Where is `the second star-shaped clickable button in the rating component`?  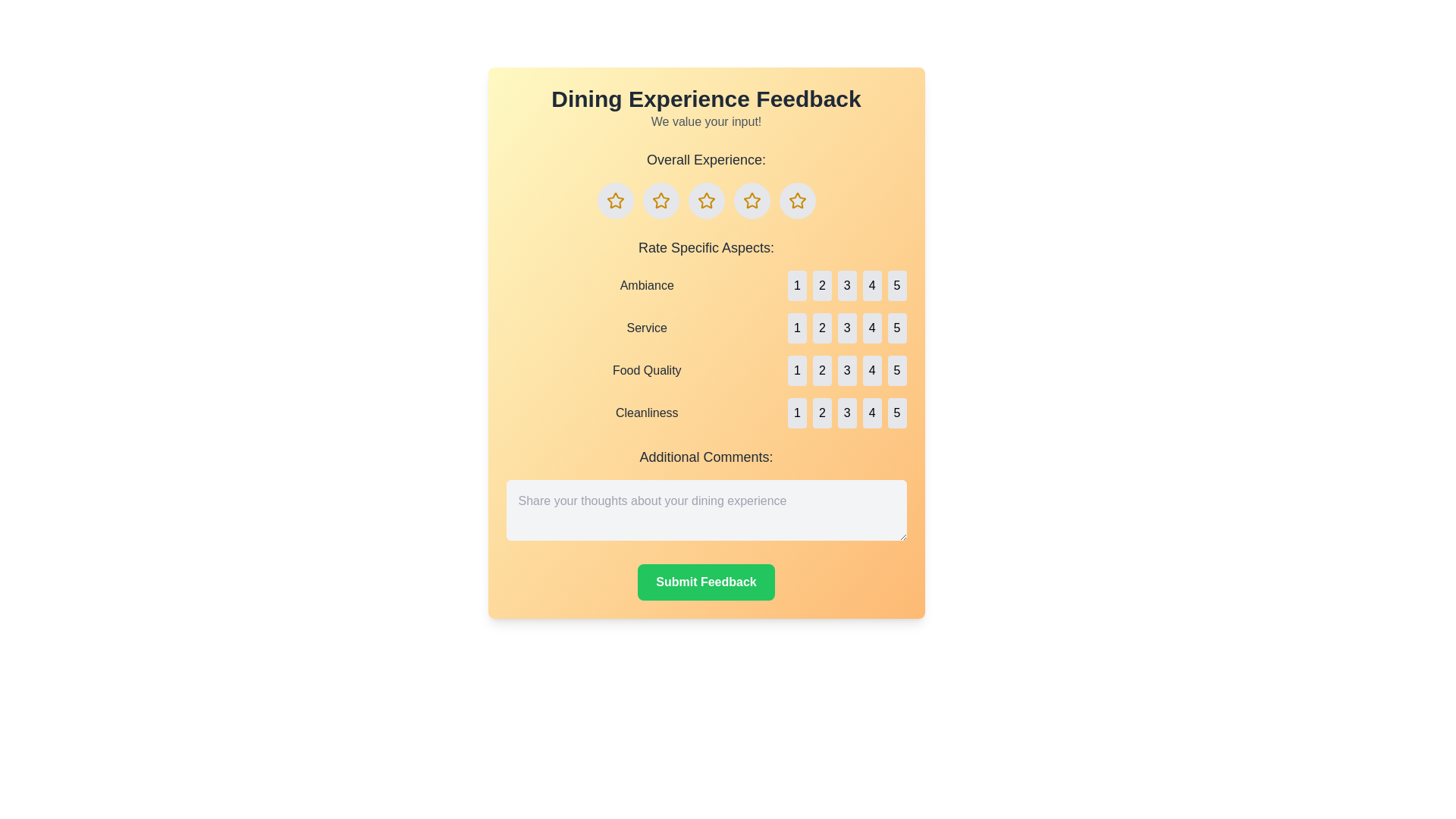
the second star-shaped clickable button in the rating component is located at coordinates (661, 200).